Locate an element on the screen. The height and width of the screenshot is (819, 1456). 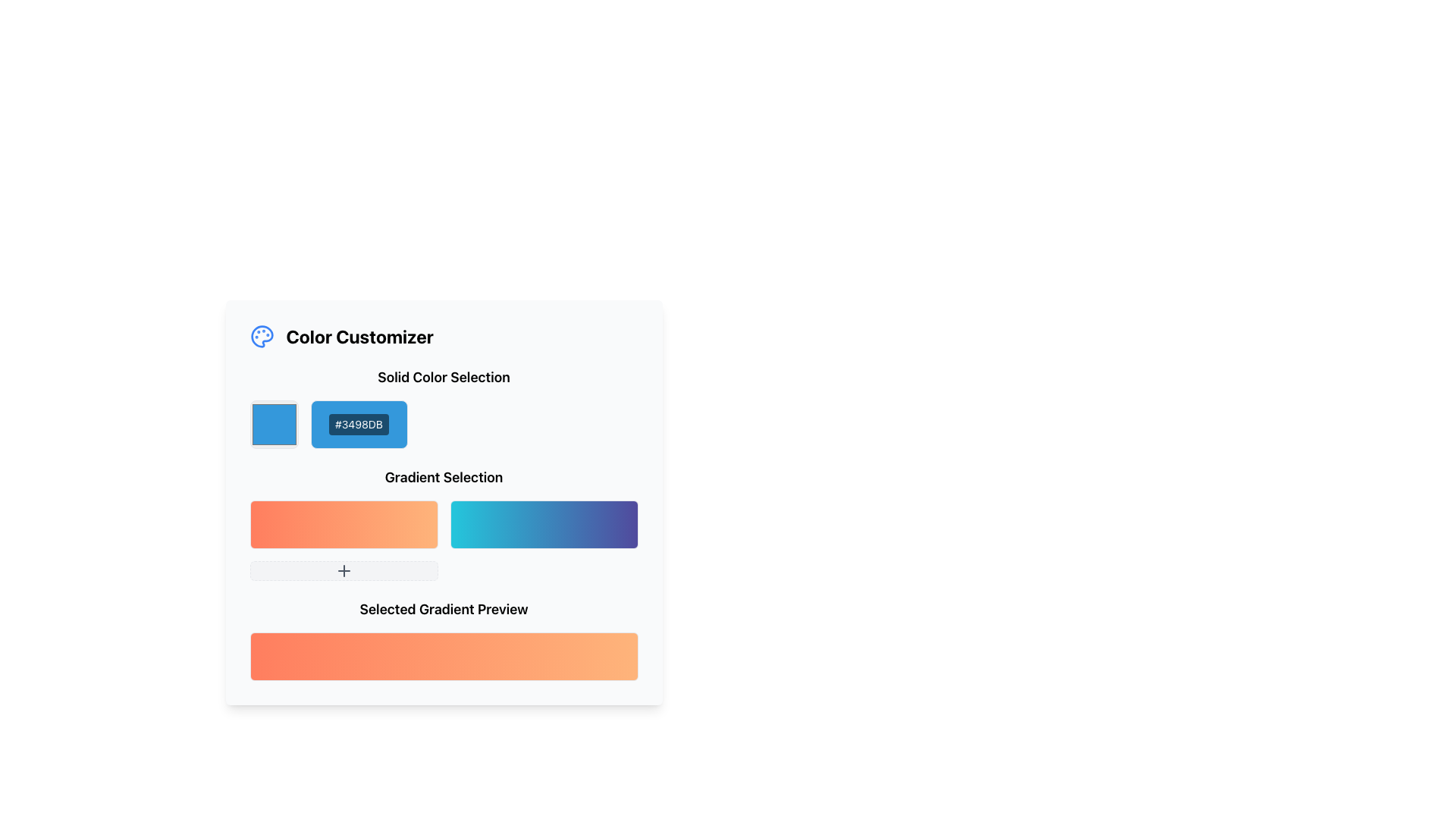
the third button in the 'Gradient Selection' section which has a light gray background, dashed borders, and a dark gray 'plus' icon to trigger the focus effect is located at coordinates (343, 570).